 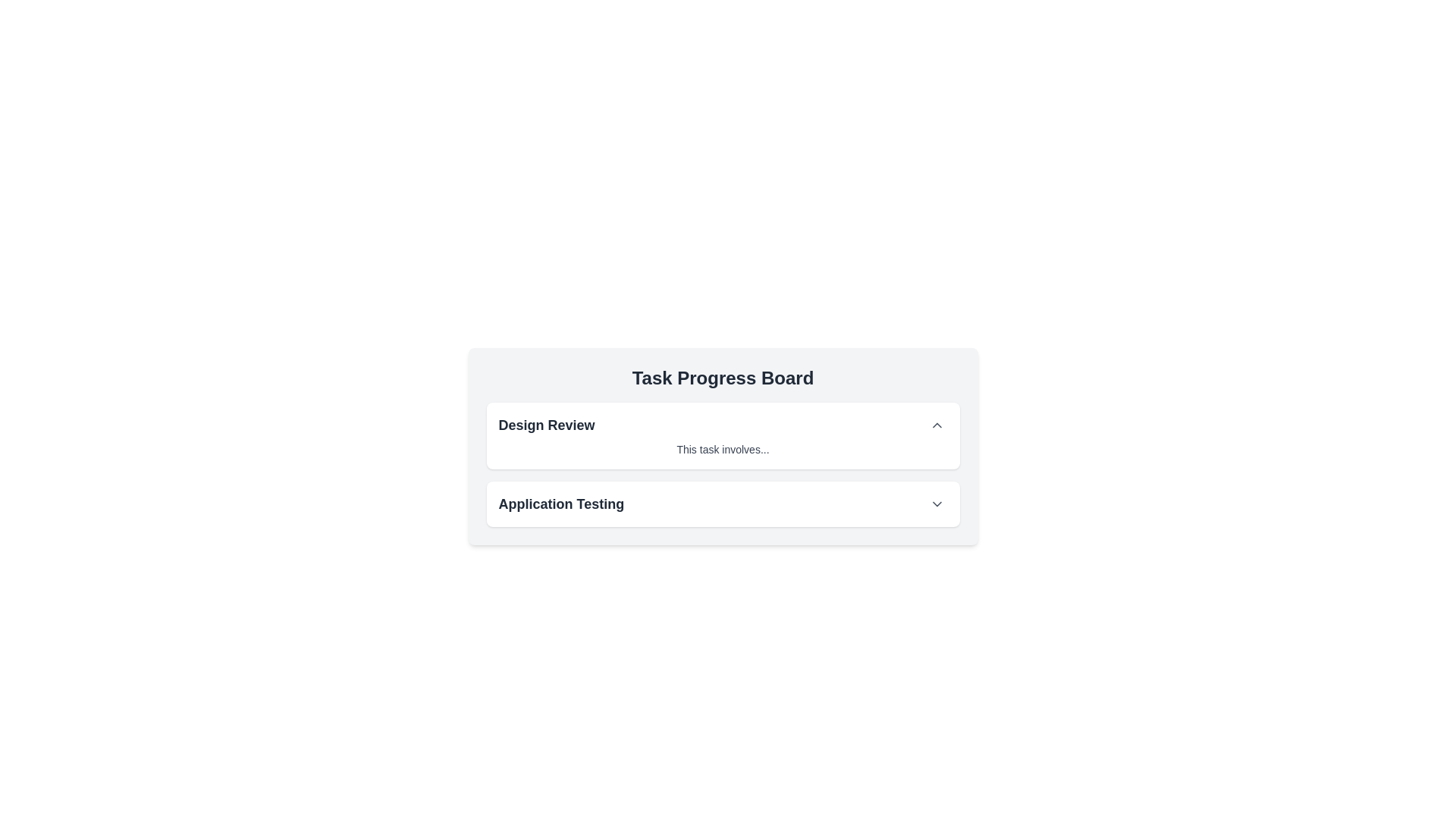 What do you see at coordinates (936, 425) in the screenshot?
I see `the upward-pointing chevron icon in the top-right corner of the 'Design Review' section` at bounding box center [936, 425].